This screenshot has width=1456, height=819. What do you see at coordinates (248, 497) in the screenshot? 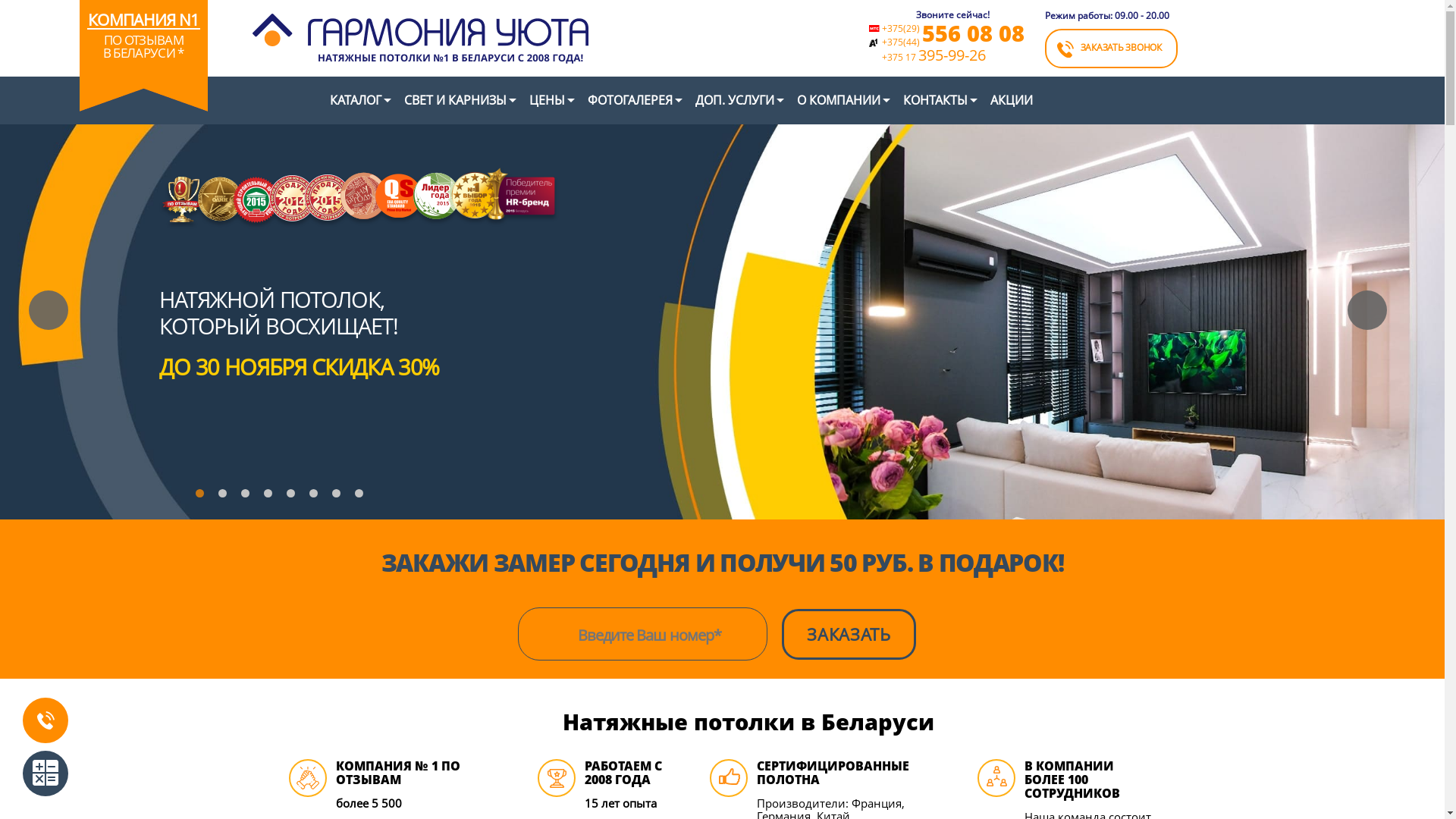
I see `'3'` at bounding box center [248, 497].